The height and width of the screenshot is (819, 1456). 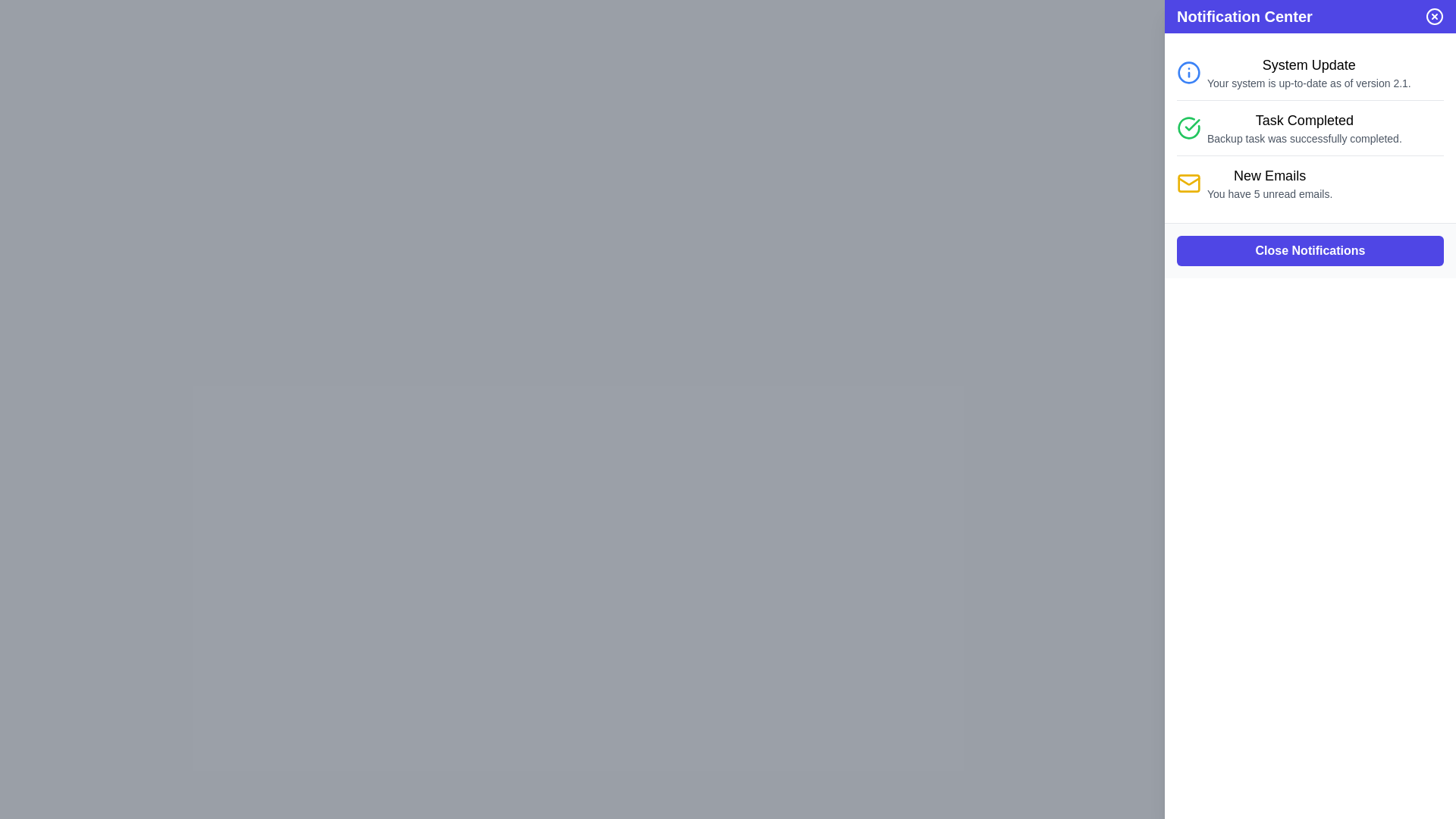 I want to click on SVG Circle Icon located at the top right corner of the Notification Center panel for detailed information, so click(x=1433, y=17).